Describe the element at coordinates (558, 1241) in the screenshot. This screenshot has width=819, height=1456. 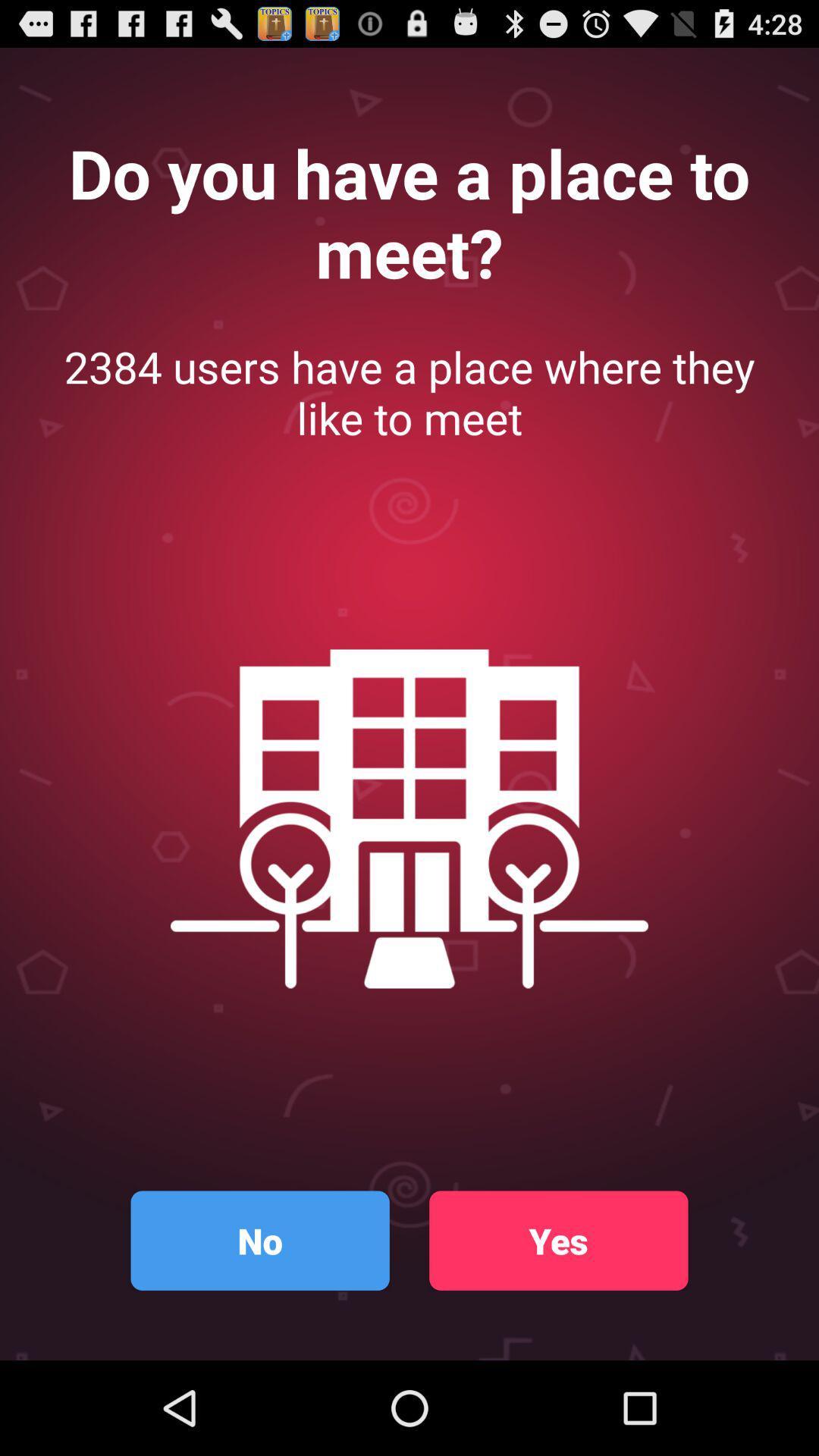
I see `yes item` at that location.